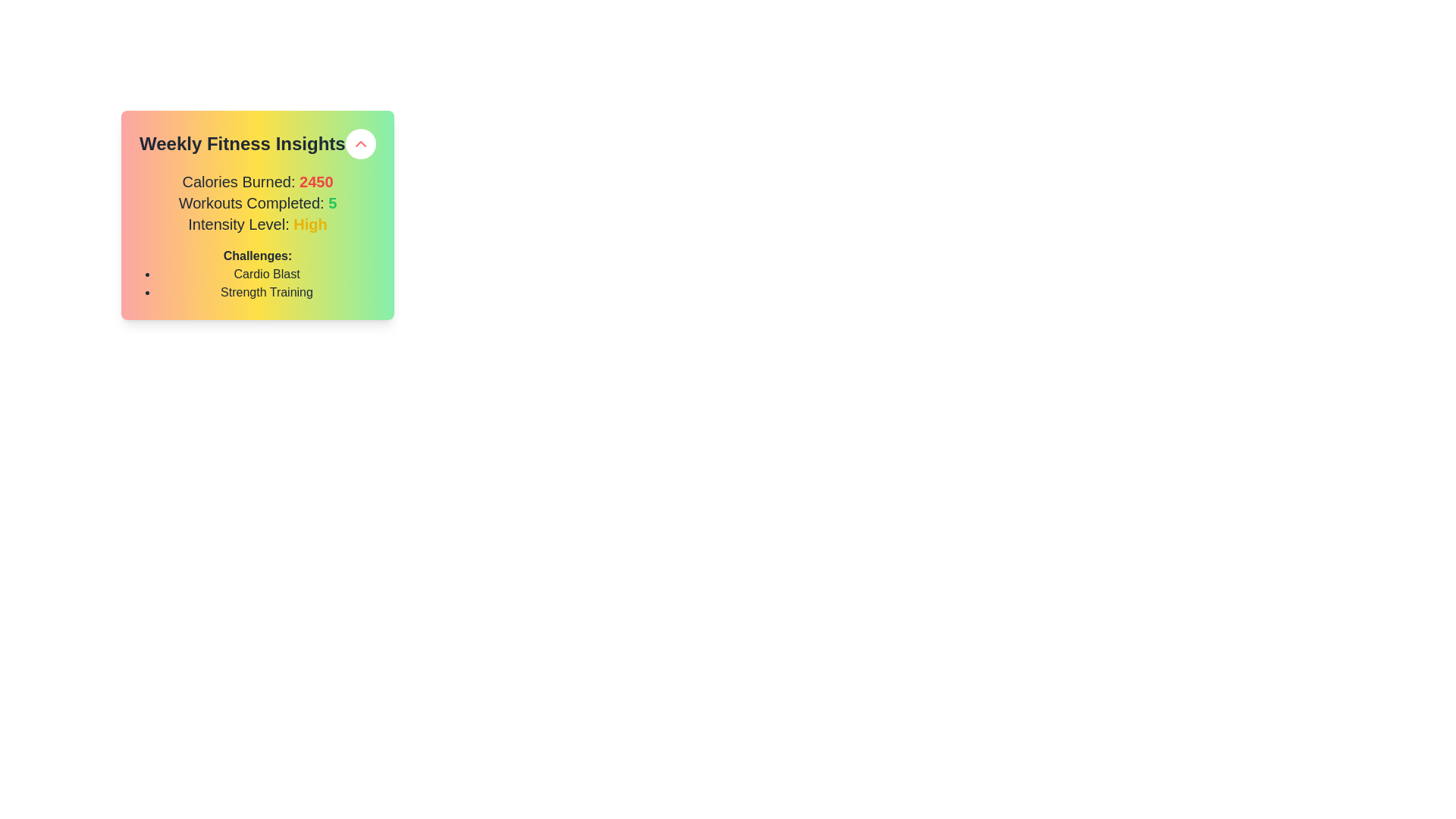  I want to click on contents of the Text block displaying the weekly fitness insights, including calories burned, workouts completed, and intensity level, so click(258, 202).